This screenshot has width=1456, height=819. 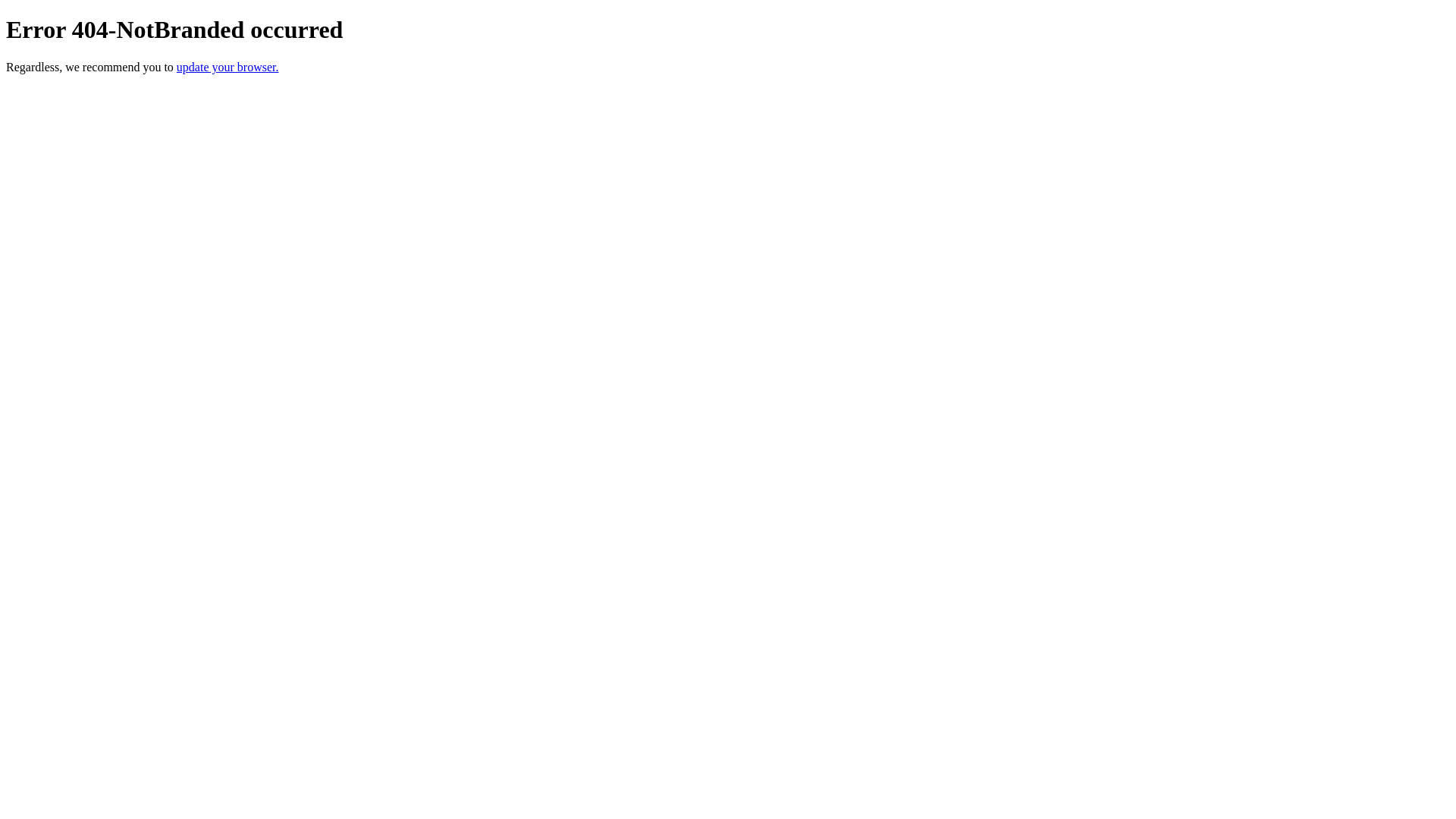 What do you see at coordinates (227, 66) in the screenshot?
I see `'update your browser.'` at bounding box center [227, 66].